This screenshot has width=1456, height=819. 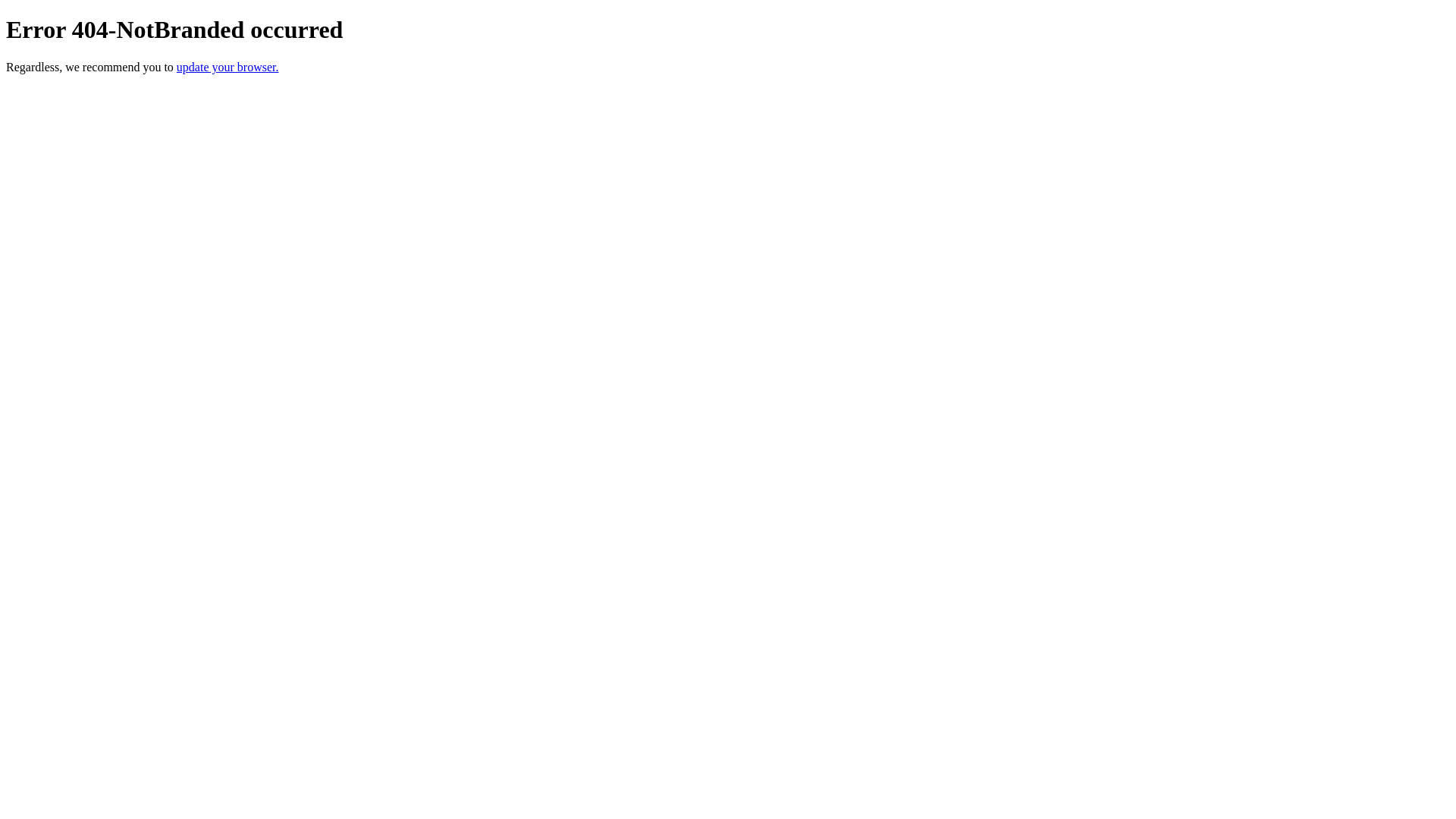 What do you see at coordinates (227, 66) in the screenshot?
I see `'update your browser.'` at bounding box center [227, 66].